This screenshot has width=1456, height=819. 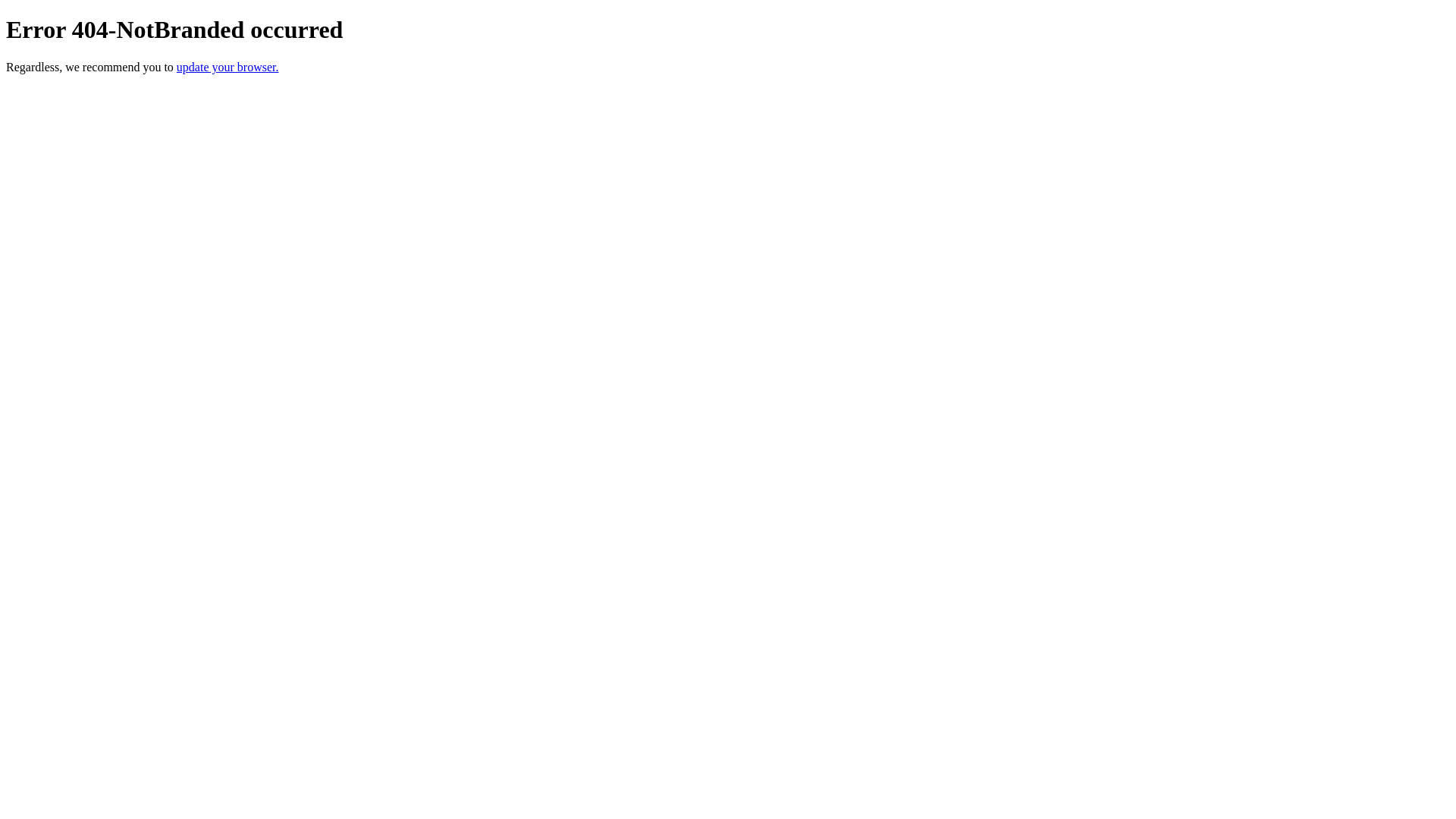 What do you see at coordinates (227, 66) in the screenshot?
I see `'update your browser.'` at bounding box center [227, 66].